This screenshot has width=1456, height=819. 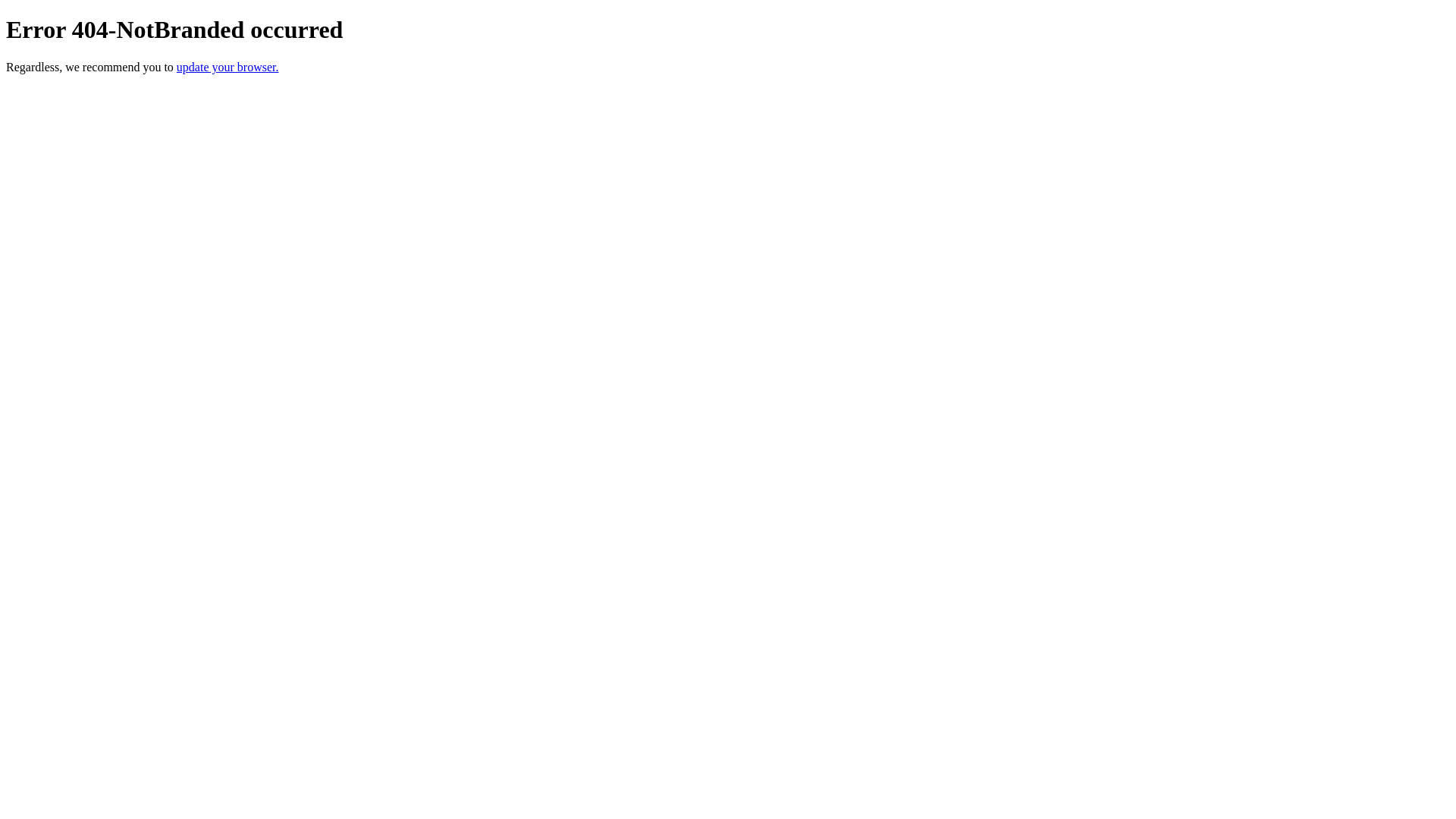 What do you see at coordinates (227, 66) in the screenshot?
I see `'update your browser.'` at bounding box center [227, 66].